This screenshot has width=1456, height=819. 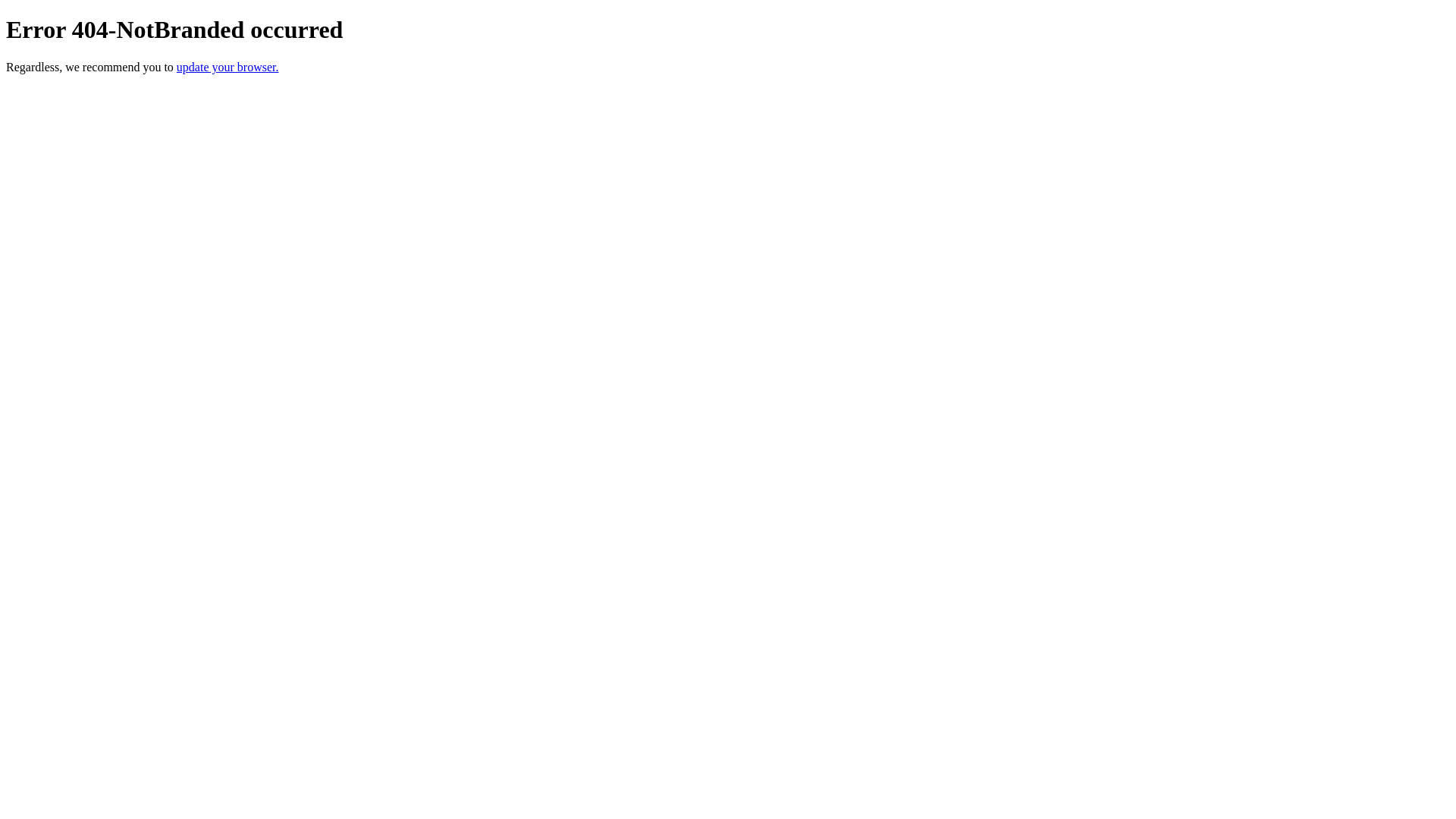 What do you see at coordinates (227, 66) in the screenshot?
I see `'update your browser.'` at bounding box center [227, 66].